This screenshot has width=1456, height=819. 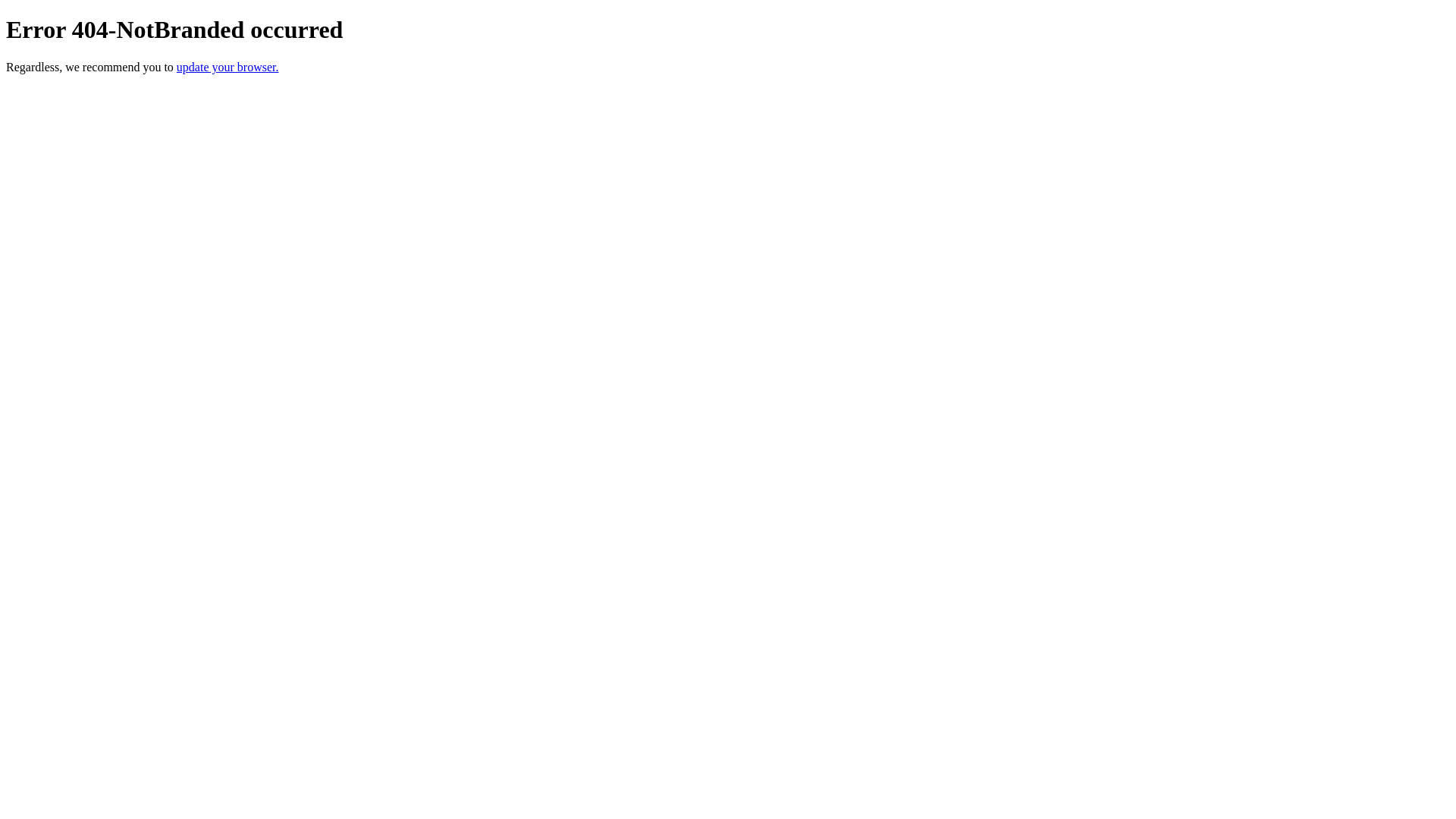 What do you see at coordinates (227, 66) in the screenshot?
I see `'update your browser.'` at bounding box center [227, 66].